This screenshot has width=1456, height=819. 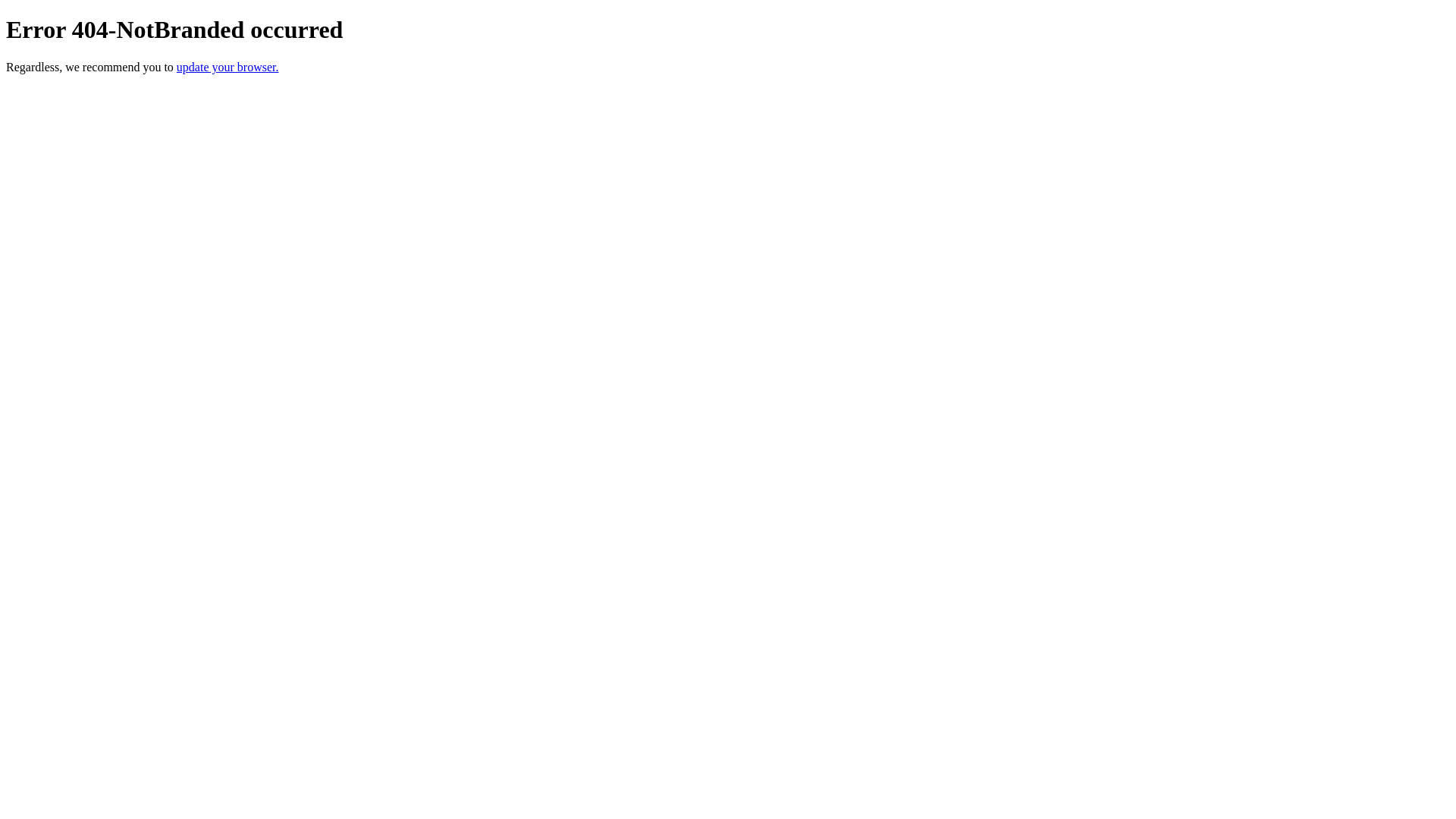 What do you see at coordinates (227, 66) in the screenshot?
I see `'update your browser.'` at bounding box center [227, 66].